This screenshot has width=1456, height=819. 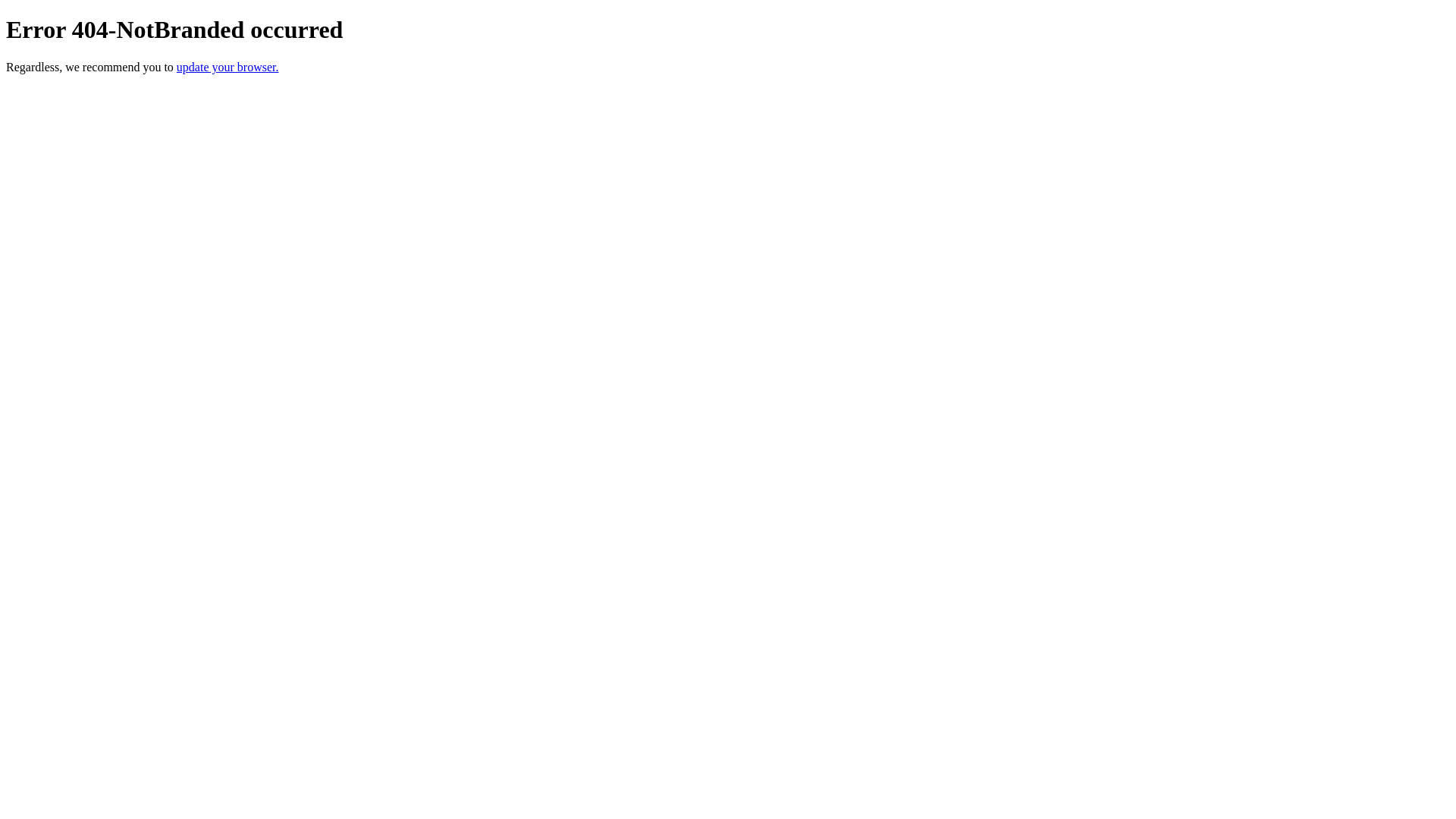 What do you see at coordinates (227, 66) in the screenshot?
I see `'update your browser.'` at bounding box center [227, 66].